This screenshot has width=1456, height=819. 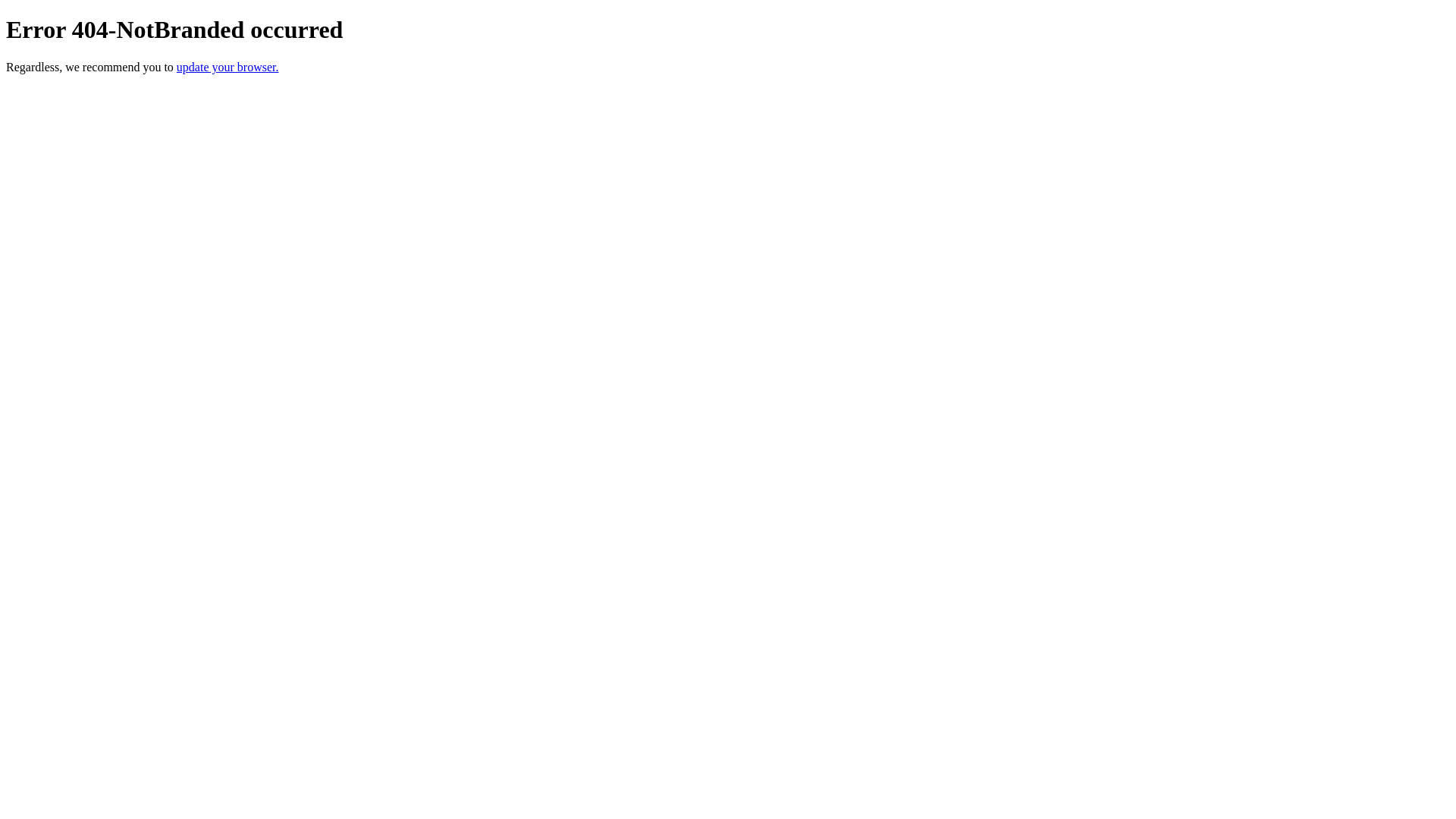 What do you see at coordinates (227, 66) in the screenshot?
I see `'update your browser.'` at bounding box center [227, 66].